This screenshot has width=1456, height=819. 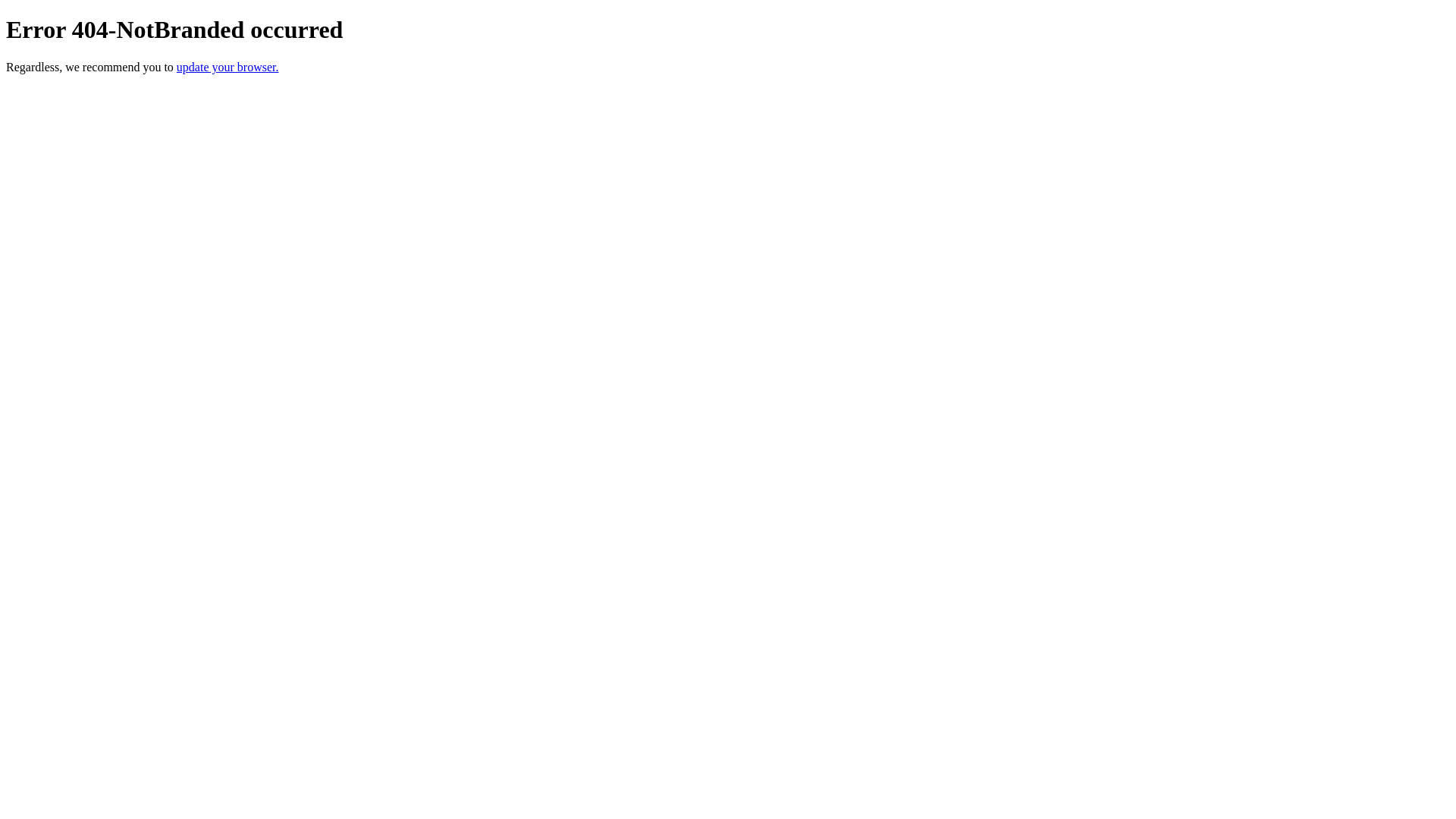 What do you see at coordinates (227, 66) in the screenshot?
I see `'update your browser.'` at bounding box center [227, 66].